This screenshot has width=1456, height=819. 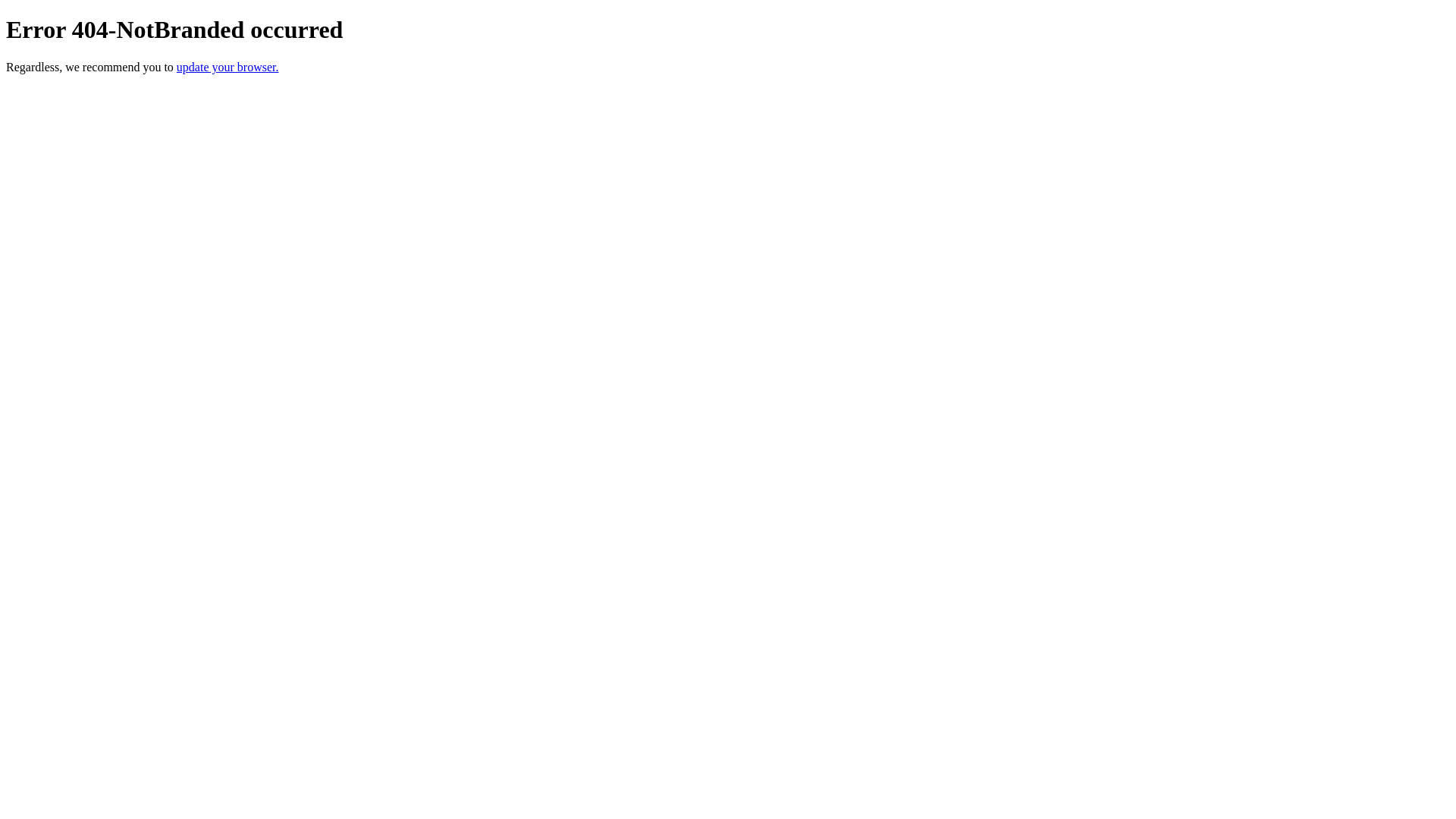 What do you see at coordinates (227, 66) in the screenshot?
I see `'update your browser.'` at bounding box center [227, 66].